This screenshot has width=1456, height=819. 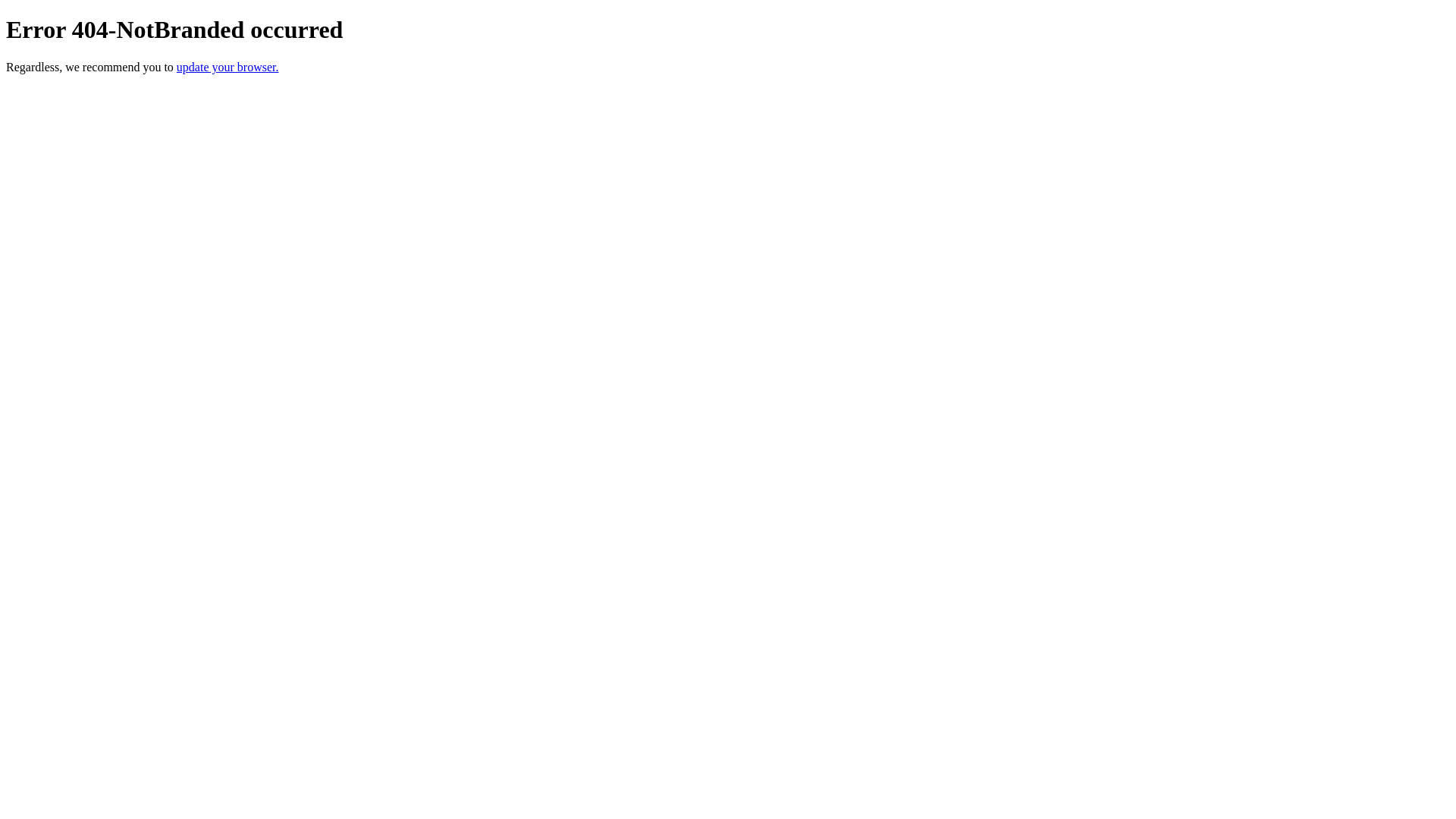 What do you see at coordinates (227, 66) in the screenshot?
I see `'update your browser.'` at bounding box center [227, 66].